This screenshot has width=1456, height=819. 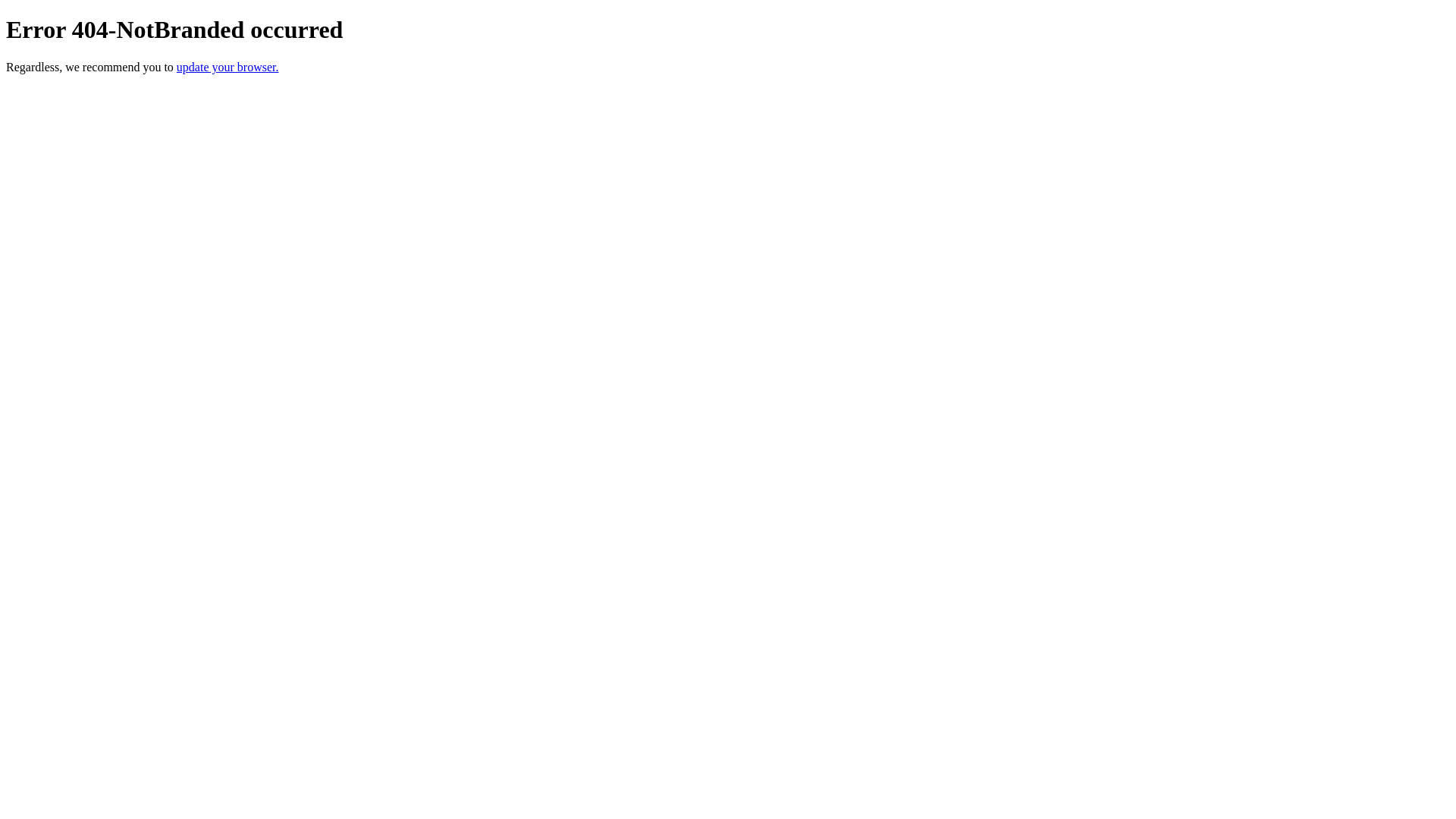 What do you see at coordinates (227, 66) in the screenshot?
I see `'update your browser.'` at bounding box center [227, 66].